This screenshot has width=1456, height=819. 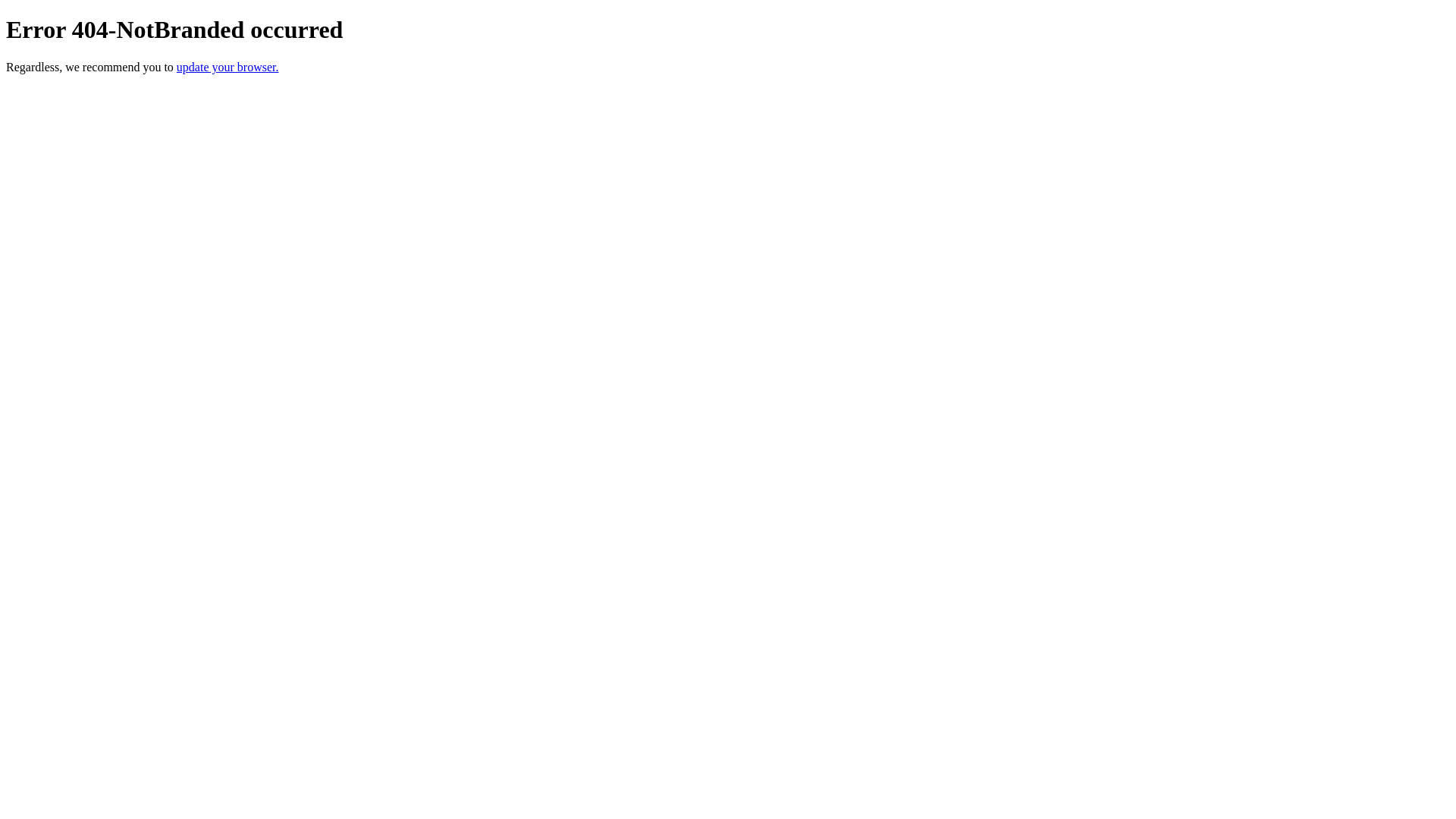 What do you see at coordinates (227, 66) in the screenshot?
I see `'update your browser.'` at bounding box center [227, 66].